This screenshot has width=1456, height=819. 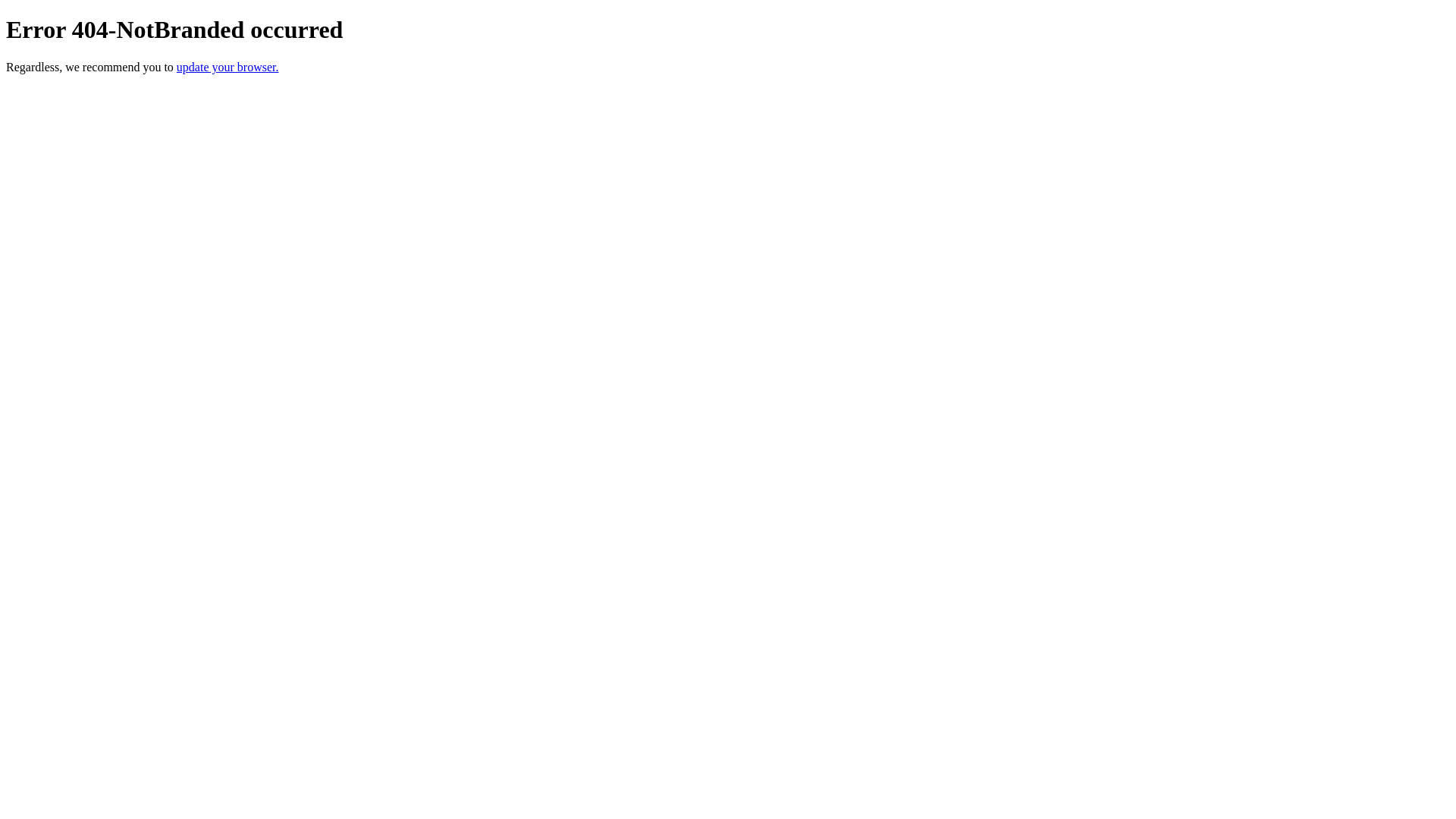 What do you see at coordinates (227, 66) in the screenshot?
I see `'update your browser.'` at bounding box center [227, 66].